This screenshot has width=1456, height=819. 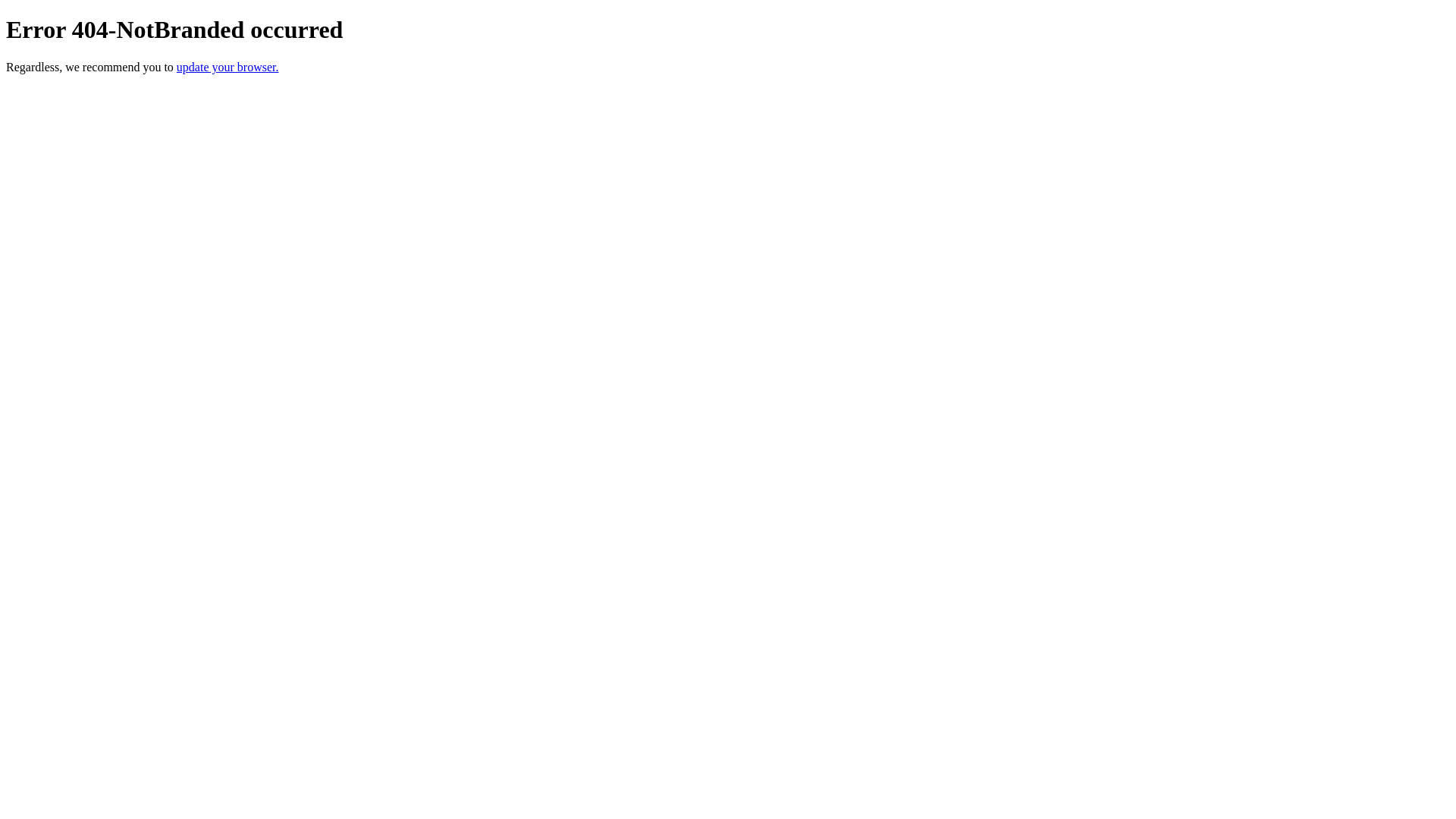 What do you see at coordinates (227, 66) in the screenshot?
I see `'update your browser.'` at bounding box center [227, 66].